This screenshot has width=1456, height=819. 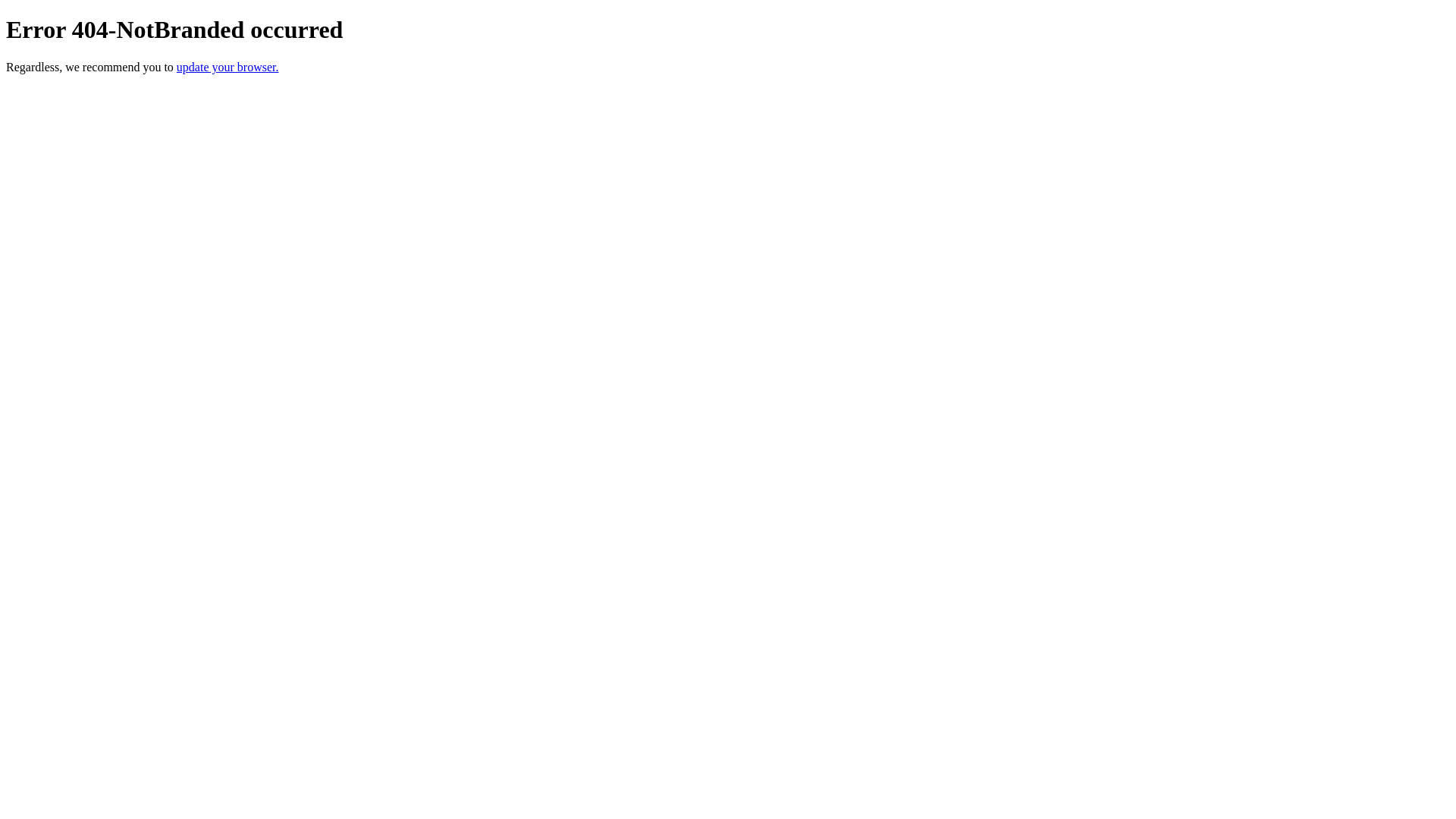 What do you see at coordinates (227, 66) in the screenshot?
I see `'update your browser.'` at bounding box center [227, 66].